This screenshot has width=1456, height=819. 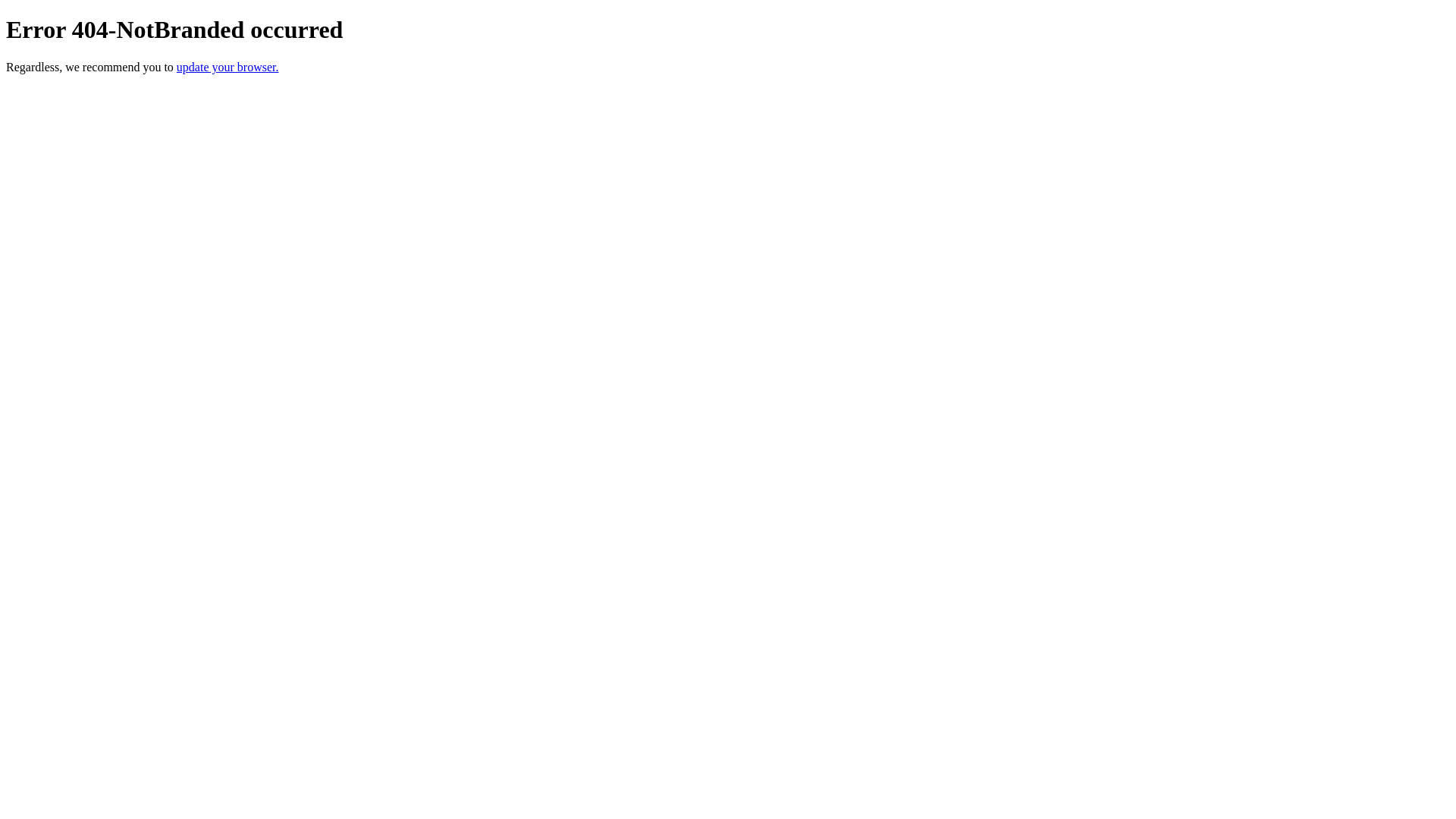 What do you see at coordinates (227, 66) in the screenshot?
I see `'update your browser.'` at bounding box center [227, 66].